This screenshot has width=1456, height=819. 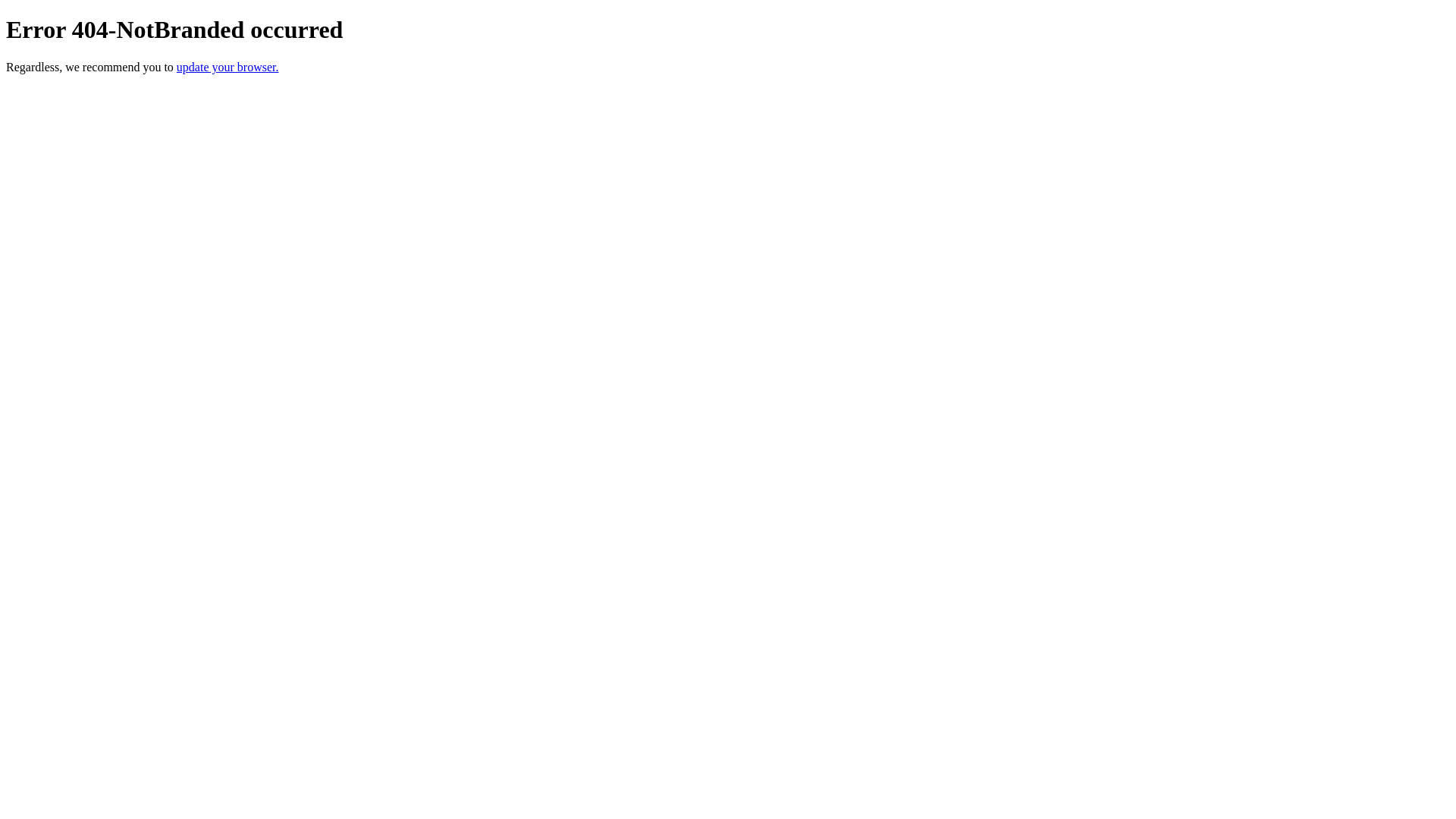 What do you see at coordinates (227, 66) in the screenshot?
I see `'update your browser.'` at bounding box center [227, 66].